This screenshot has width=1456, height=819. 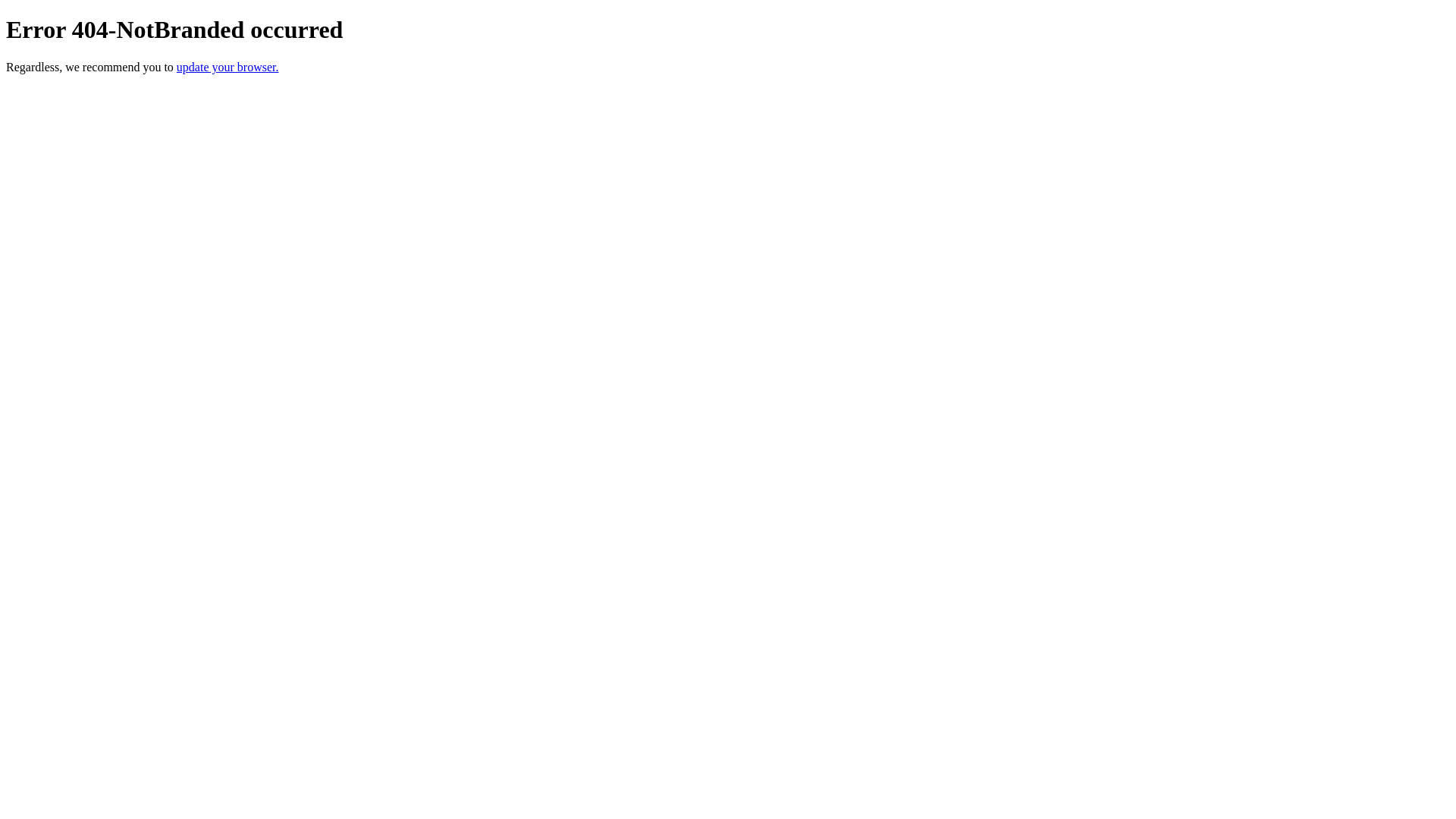 What do you see at coordinates (227, 66) in the screenshot?
I see `'update your browser.'` at bounding box center [227, 66].